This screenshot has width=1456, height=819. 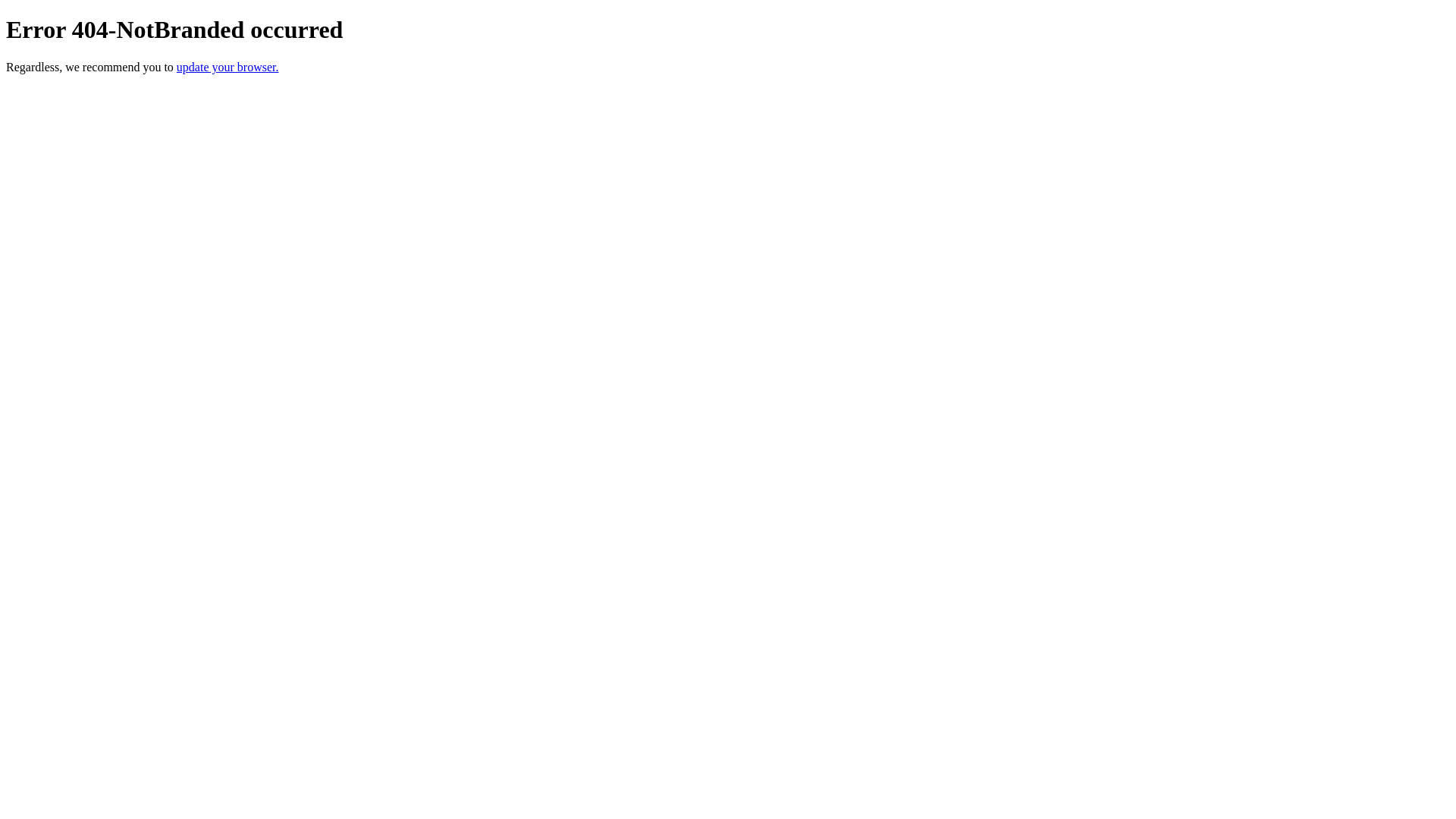 What do you see at coordinates (227, 66) in the screenshot?
I see `'update your browser.'` at bounding box center [227, 66].